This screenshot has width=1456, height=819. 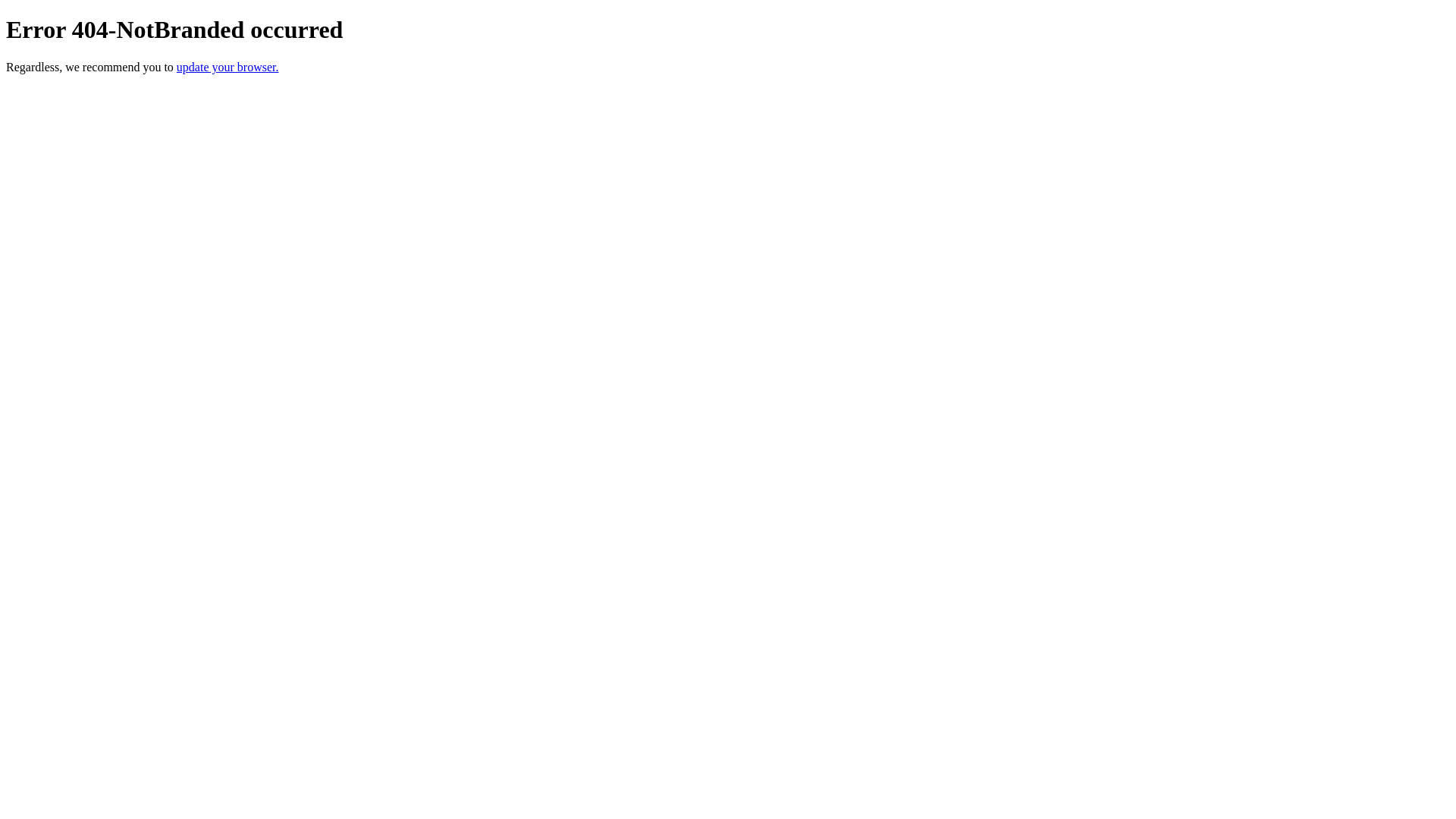 What do you see at coordinates (227, 66) in the screenshot?
I see `'update your browser.'` at bounding box center [227, 66].